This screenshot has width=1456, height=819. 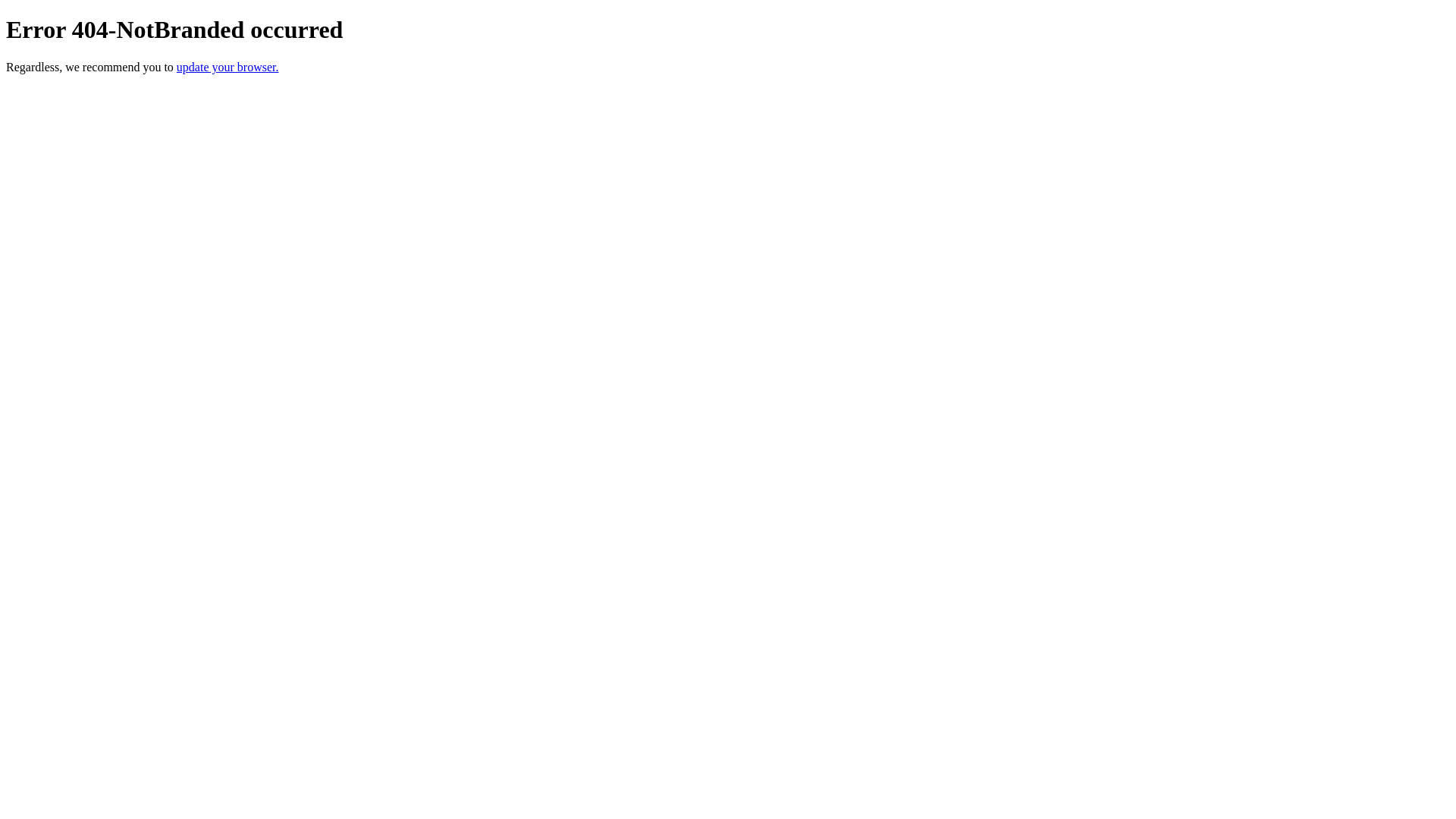 What do you see at coordinates (227, 66) in the screenshot?
I see `'update your browser.'` at bounding box center [227, 66].